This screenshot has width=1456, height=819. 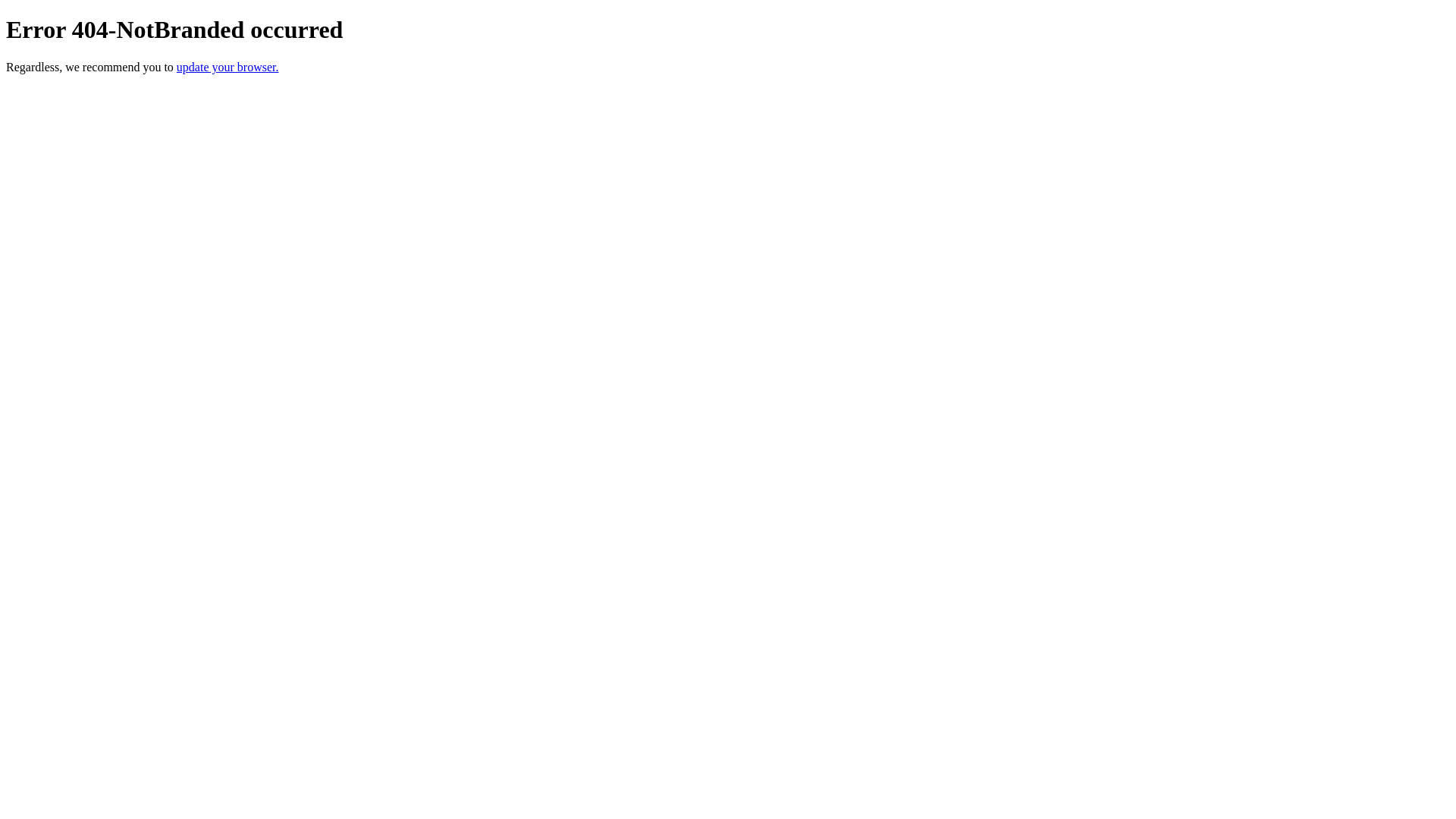 What do you see at coordinates (227, 66) in the screenshot?
I see `'update your browser.'` at bounding box center [227, 66].